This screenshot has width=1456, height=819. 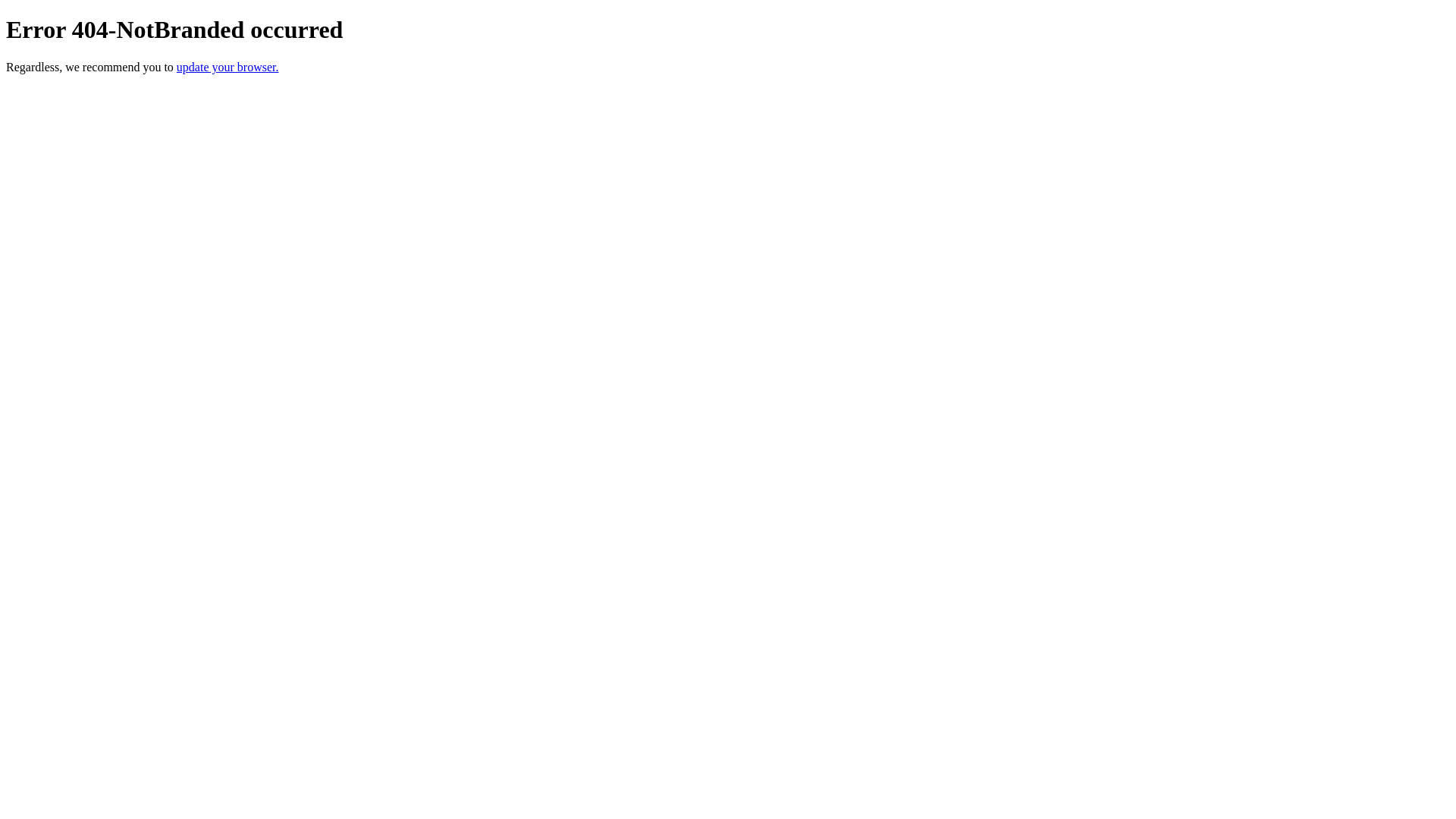 What do you see at coordinates (227, 66) in the screenshot?
I see `'update your browser.'` at bounding box center [227, 66].